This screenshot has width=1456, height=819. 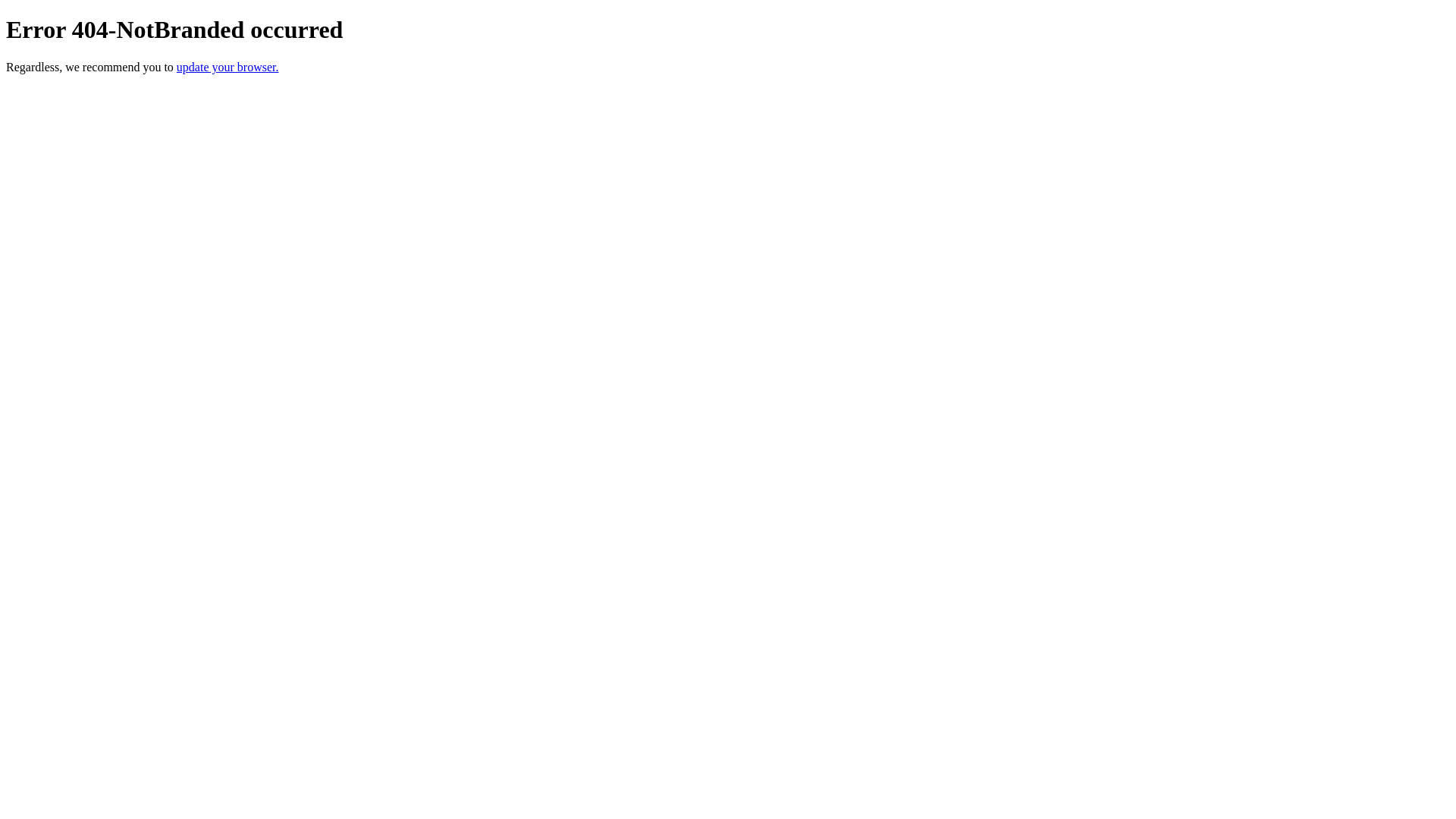 What do you see at coordinates (227, 66) in the screenshot?
I see `'update your browser.'` at bounding box center [227, 66].